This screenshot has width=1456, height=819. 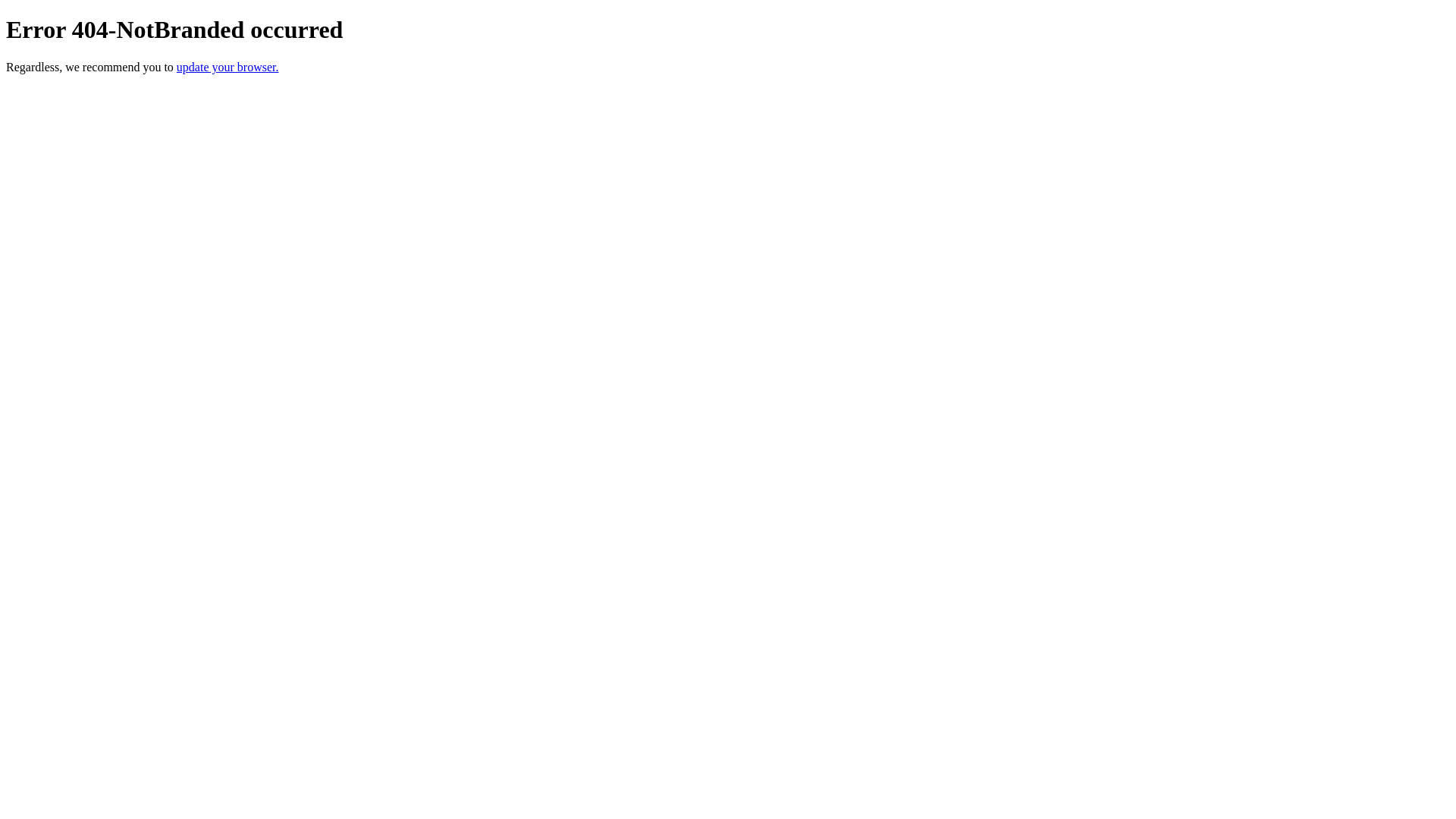 What do you see at coordinates (227, 66) in the screenshot?
I see `'update your browser.'` at bounding box center [227, 66].